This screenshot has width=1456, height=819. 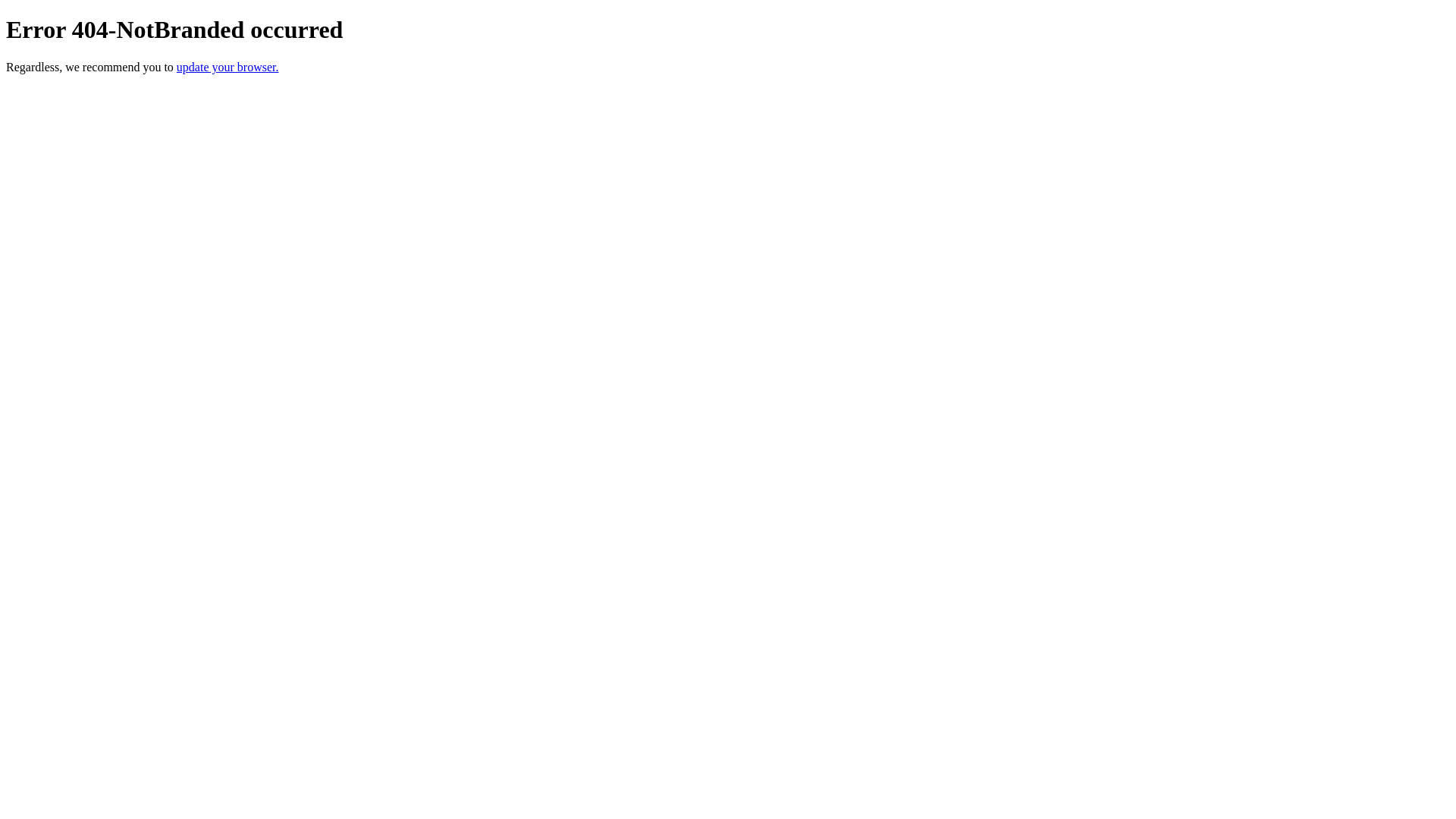 What do you see at coordinates (227, 66) in the screenshot?
I see `'update your browser.'` at bounding box center [227, 66].